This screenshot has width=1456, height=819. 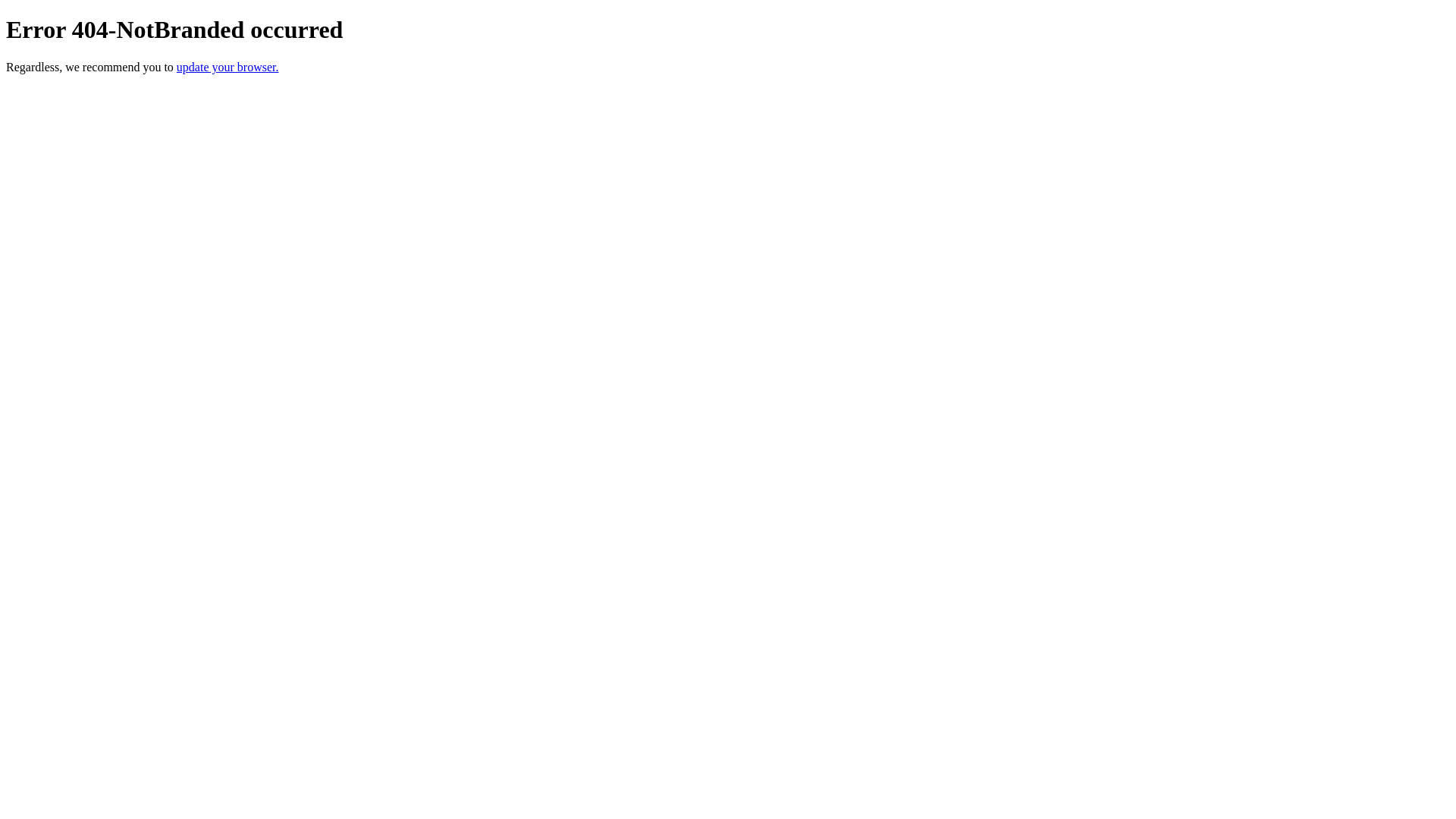 What do you see at coordinates (227, 66) in the screenshot?
I see `'update your browser.'` at bounding box center [227, 66].